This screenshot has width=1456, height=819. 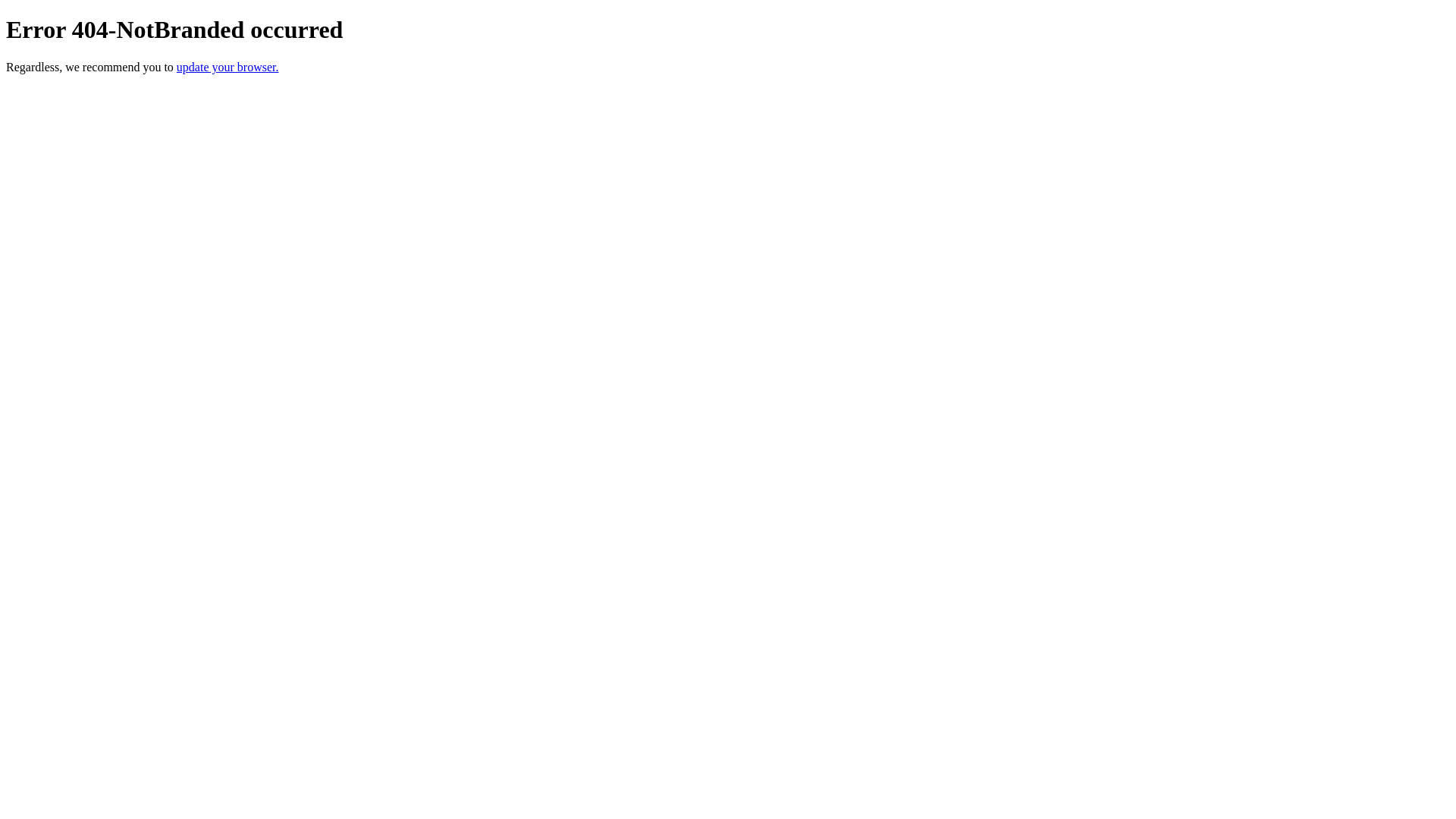 What do you see at coordinates (227, 66) in the screenshot?
I see `'update your browser.'` at bounding box center [227, 66].